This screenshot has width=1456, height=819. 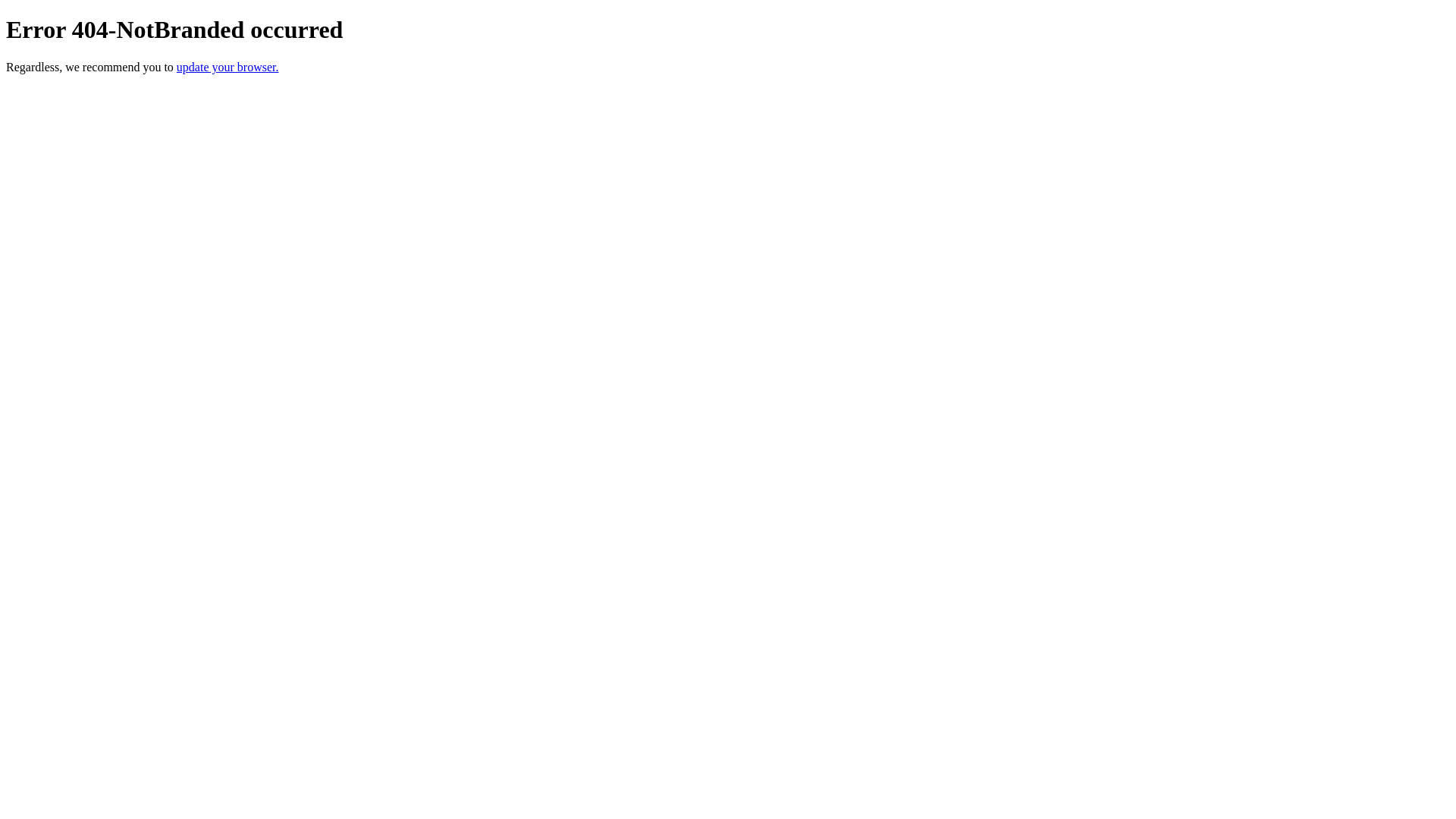 What do you see at coordinates (227, 66) in the screenshot?
I see `'update your browser.'` at bounding box center [227, 66].